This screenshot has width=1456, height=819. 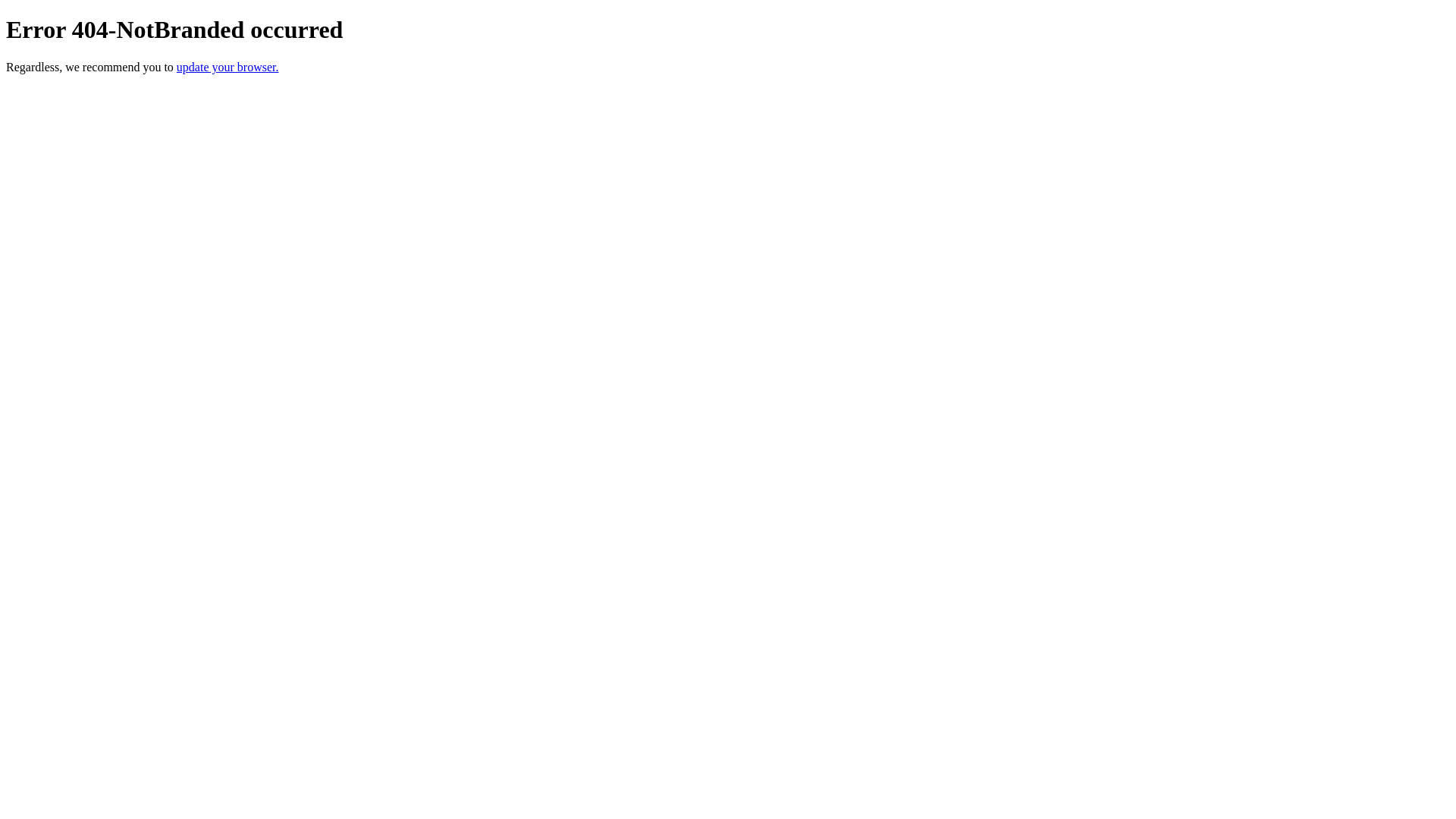 What do you see at coordinates (227, 66) in the screenshot?
I see `'update your browser.'` at bounding box center [227, 66].